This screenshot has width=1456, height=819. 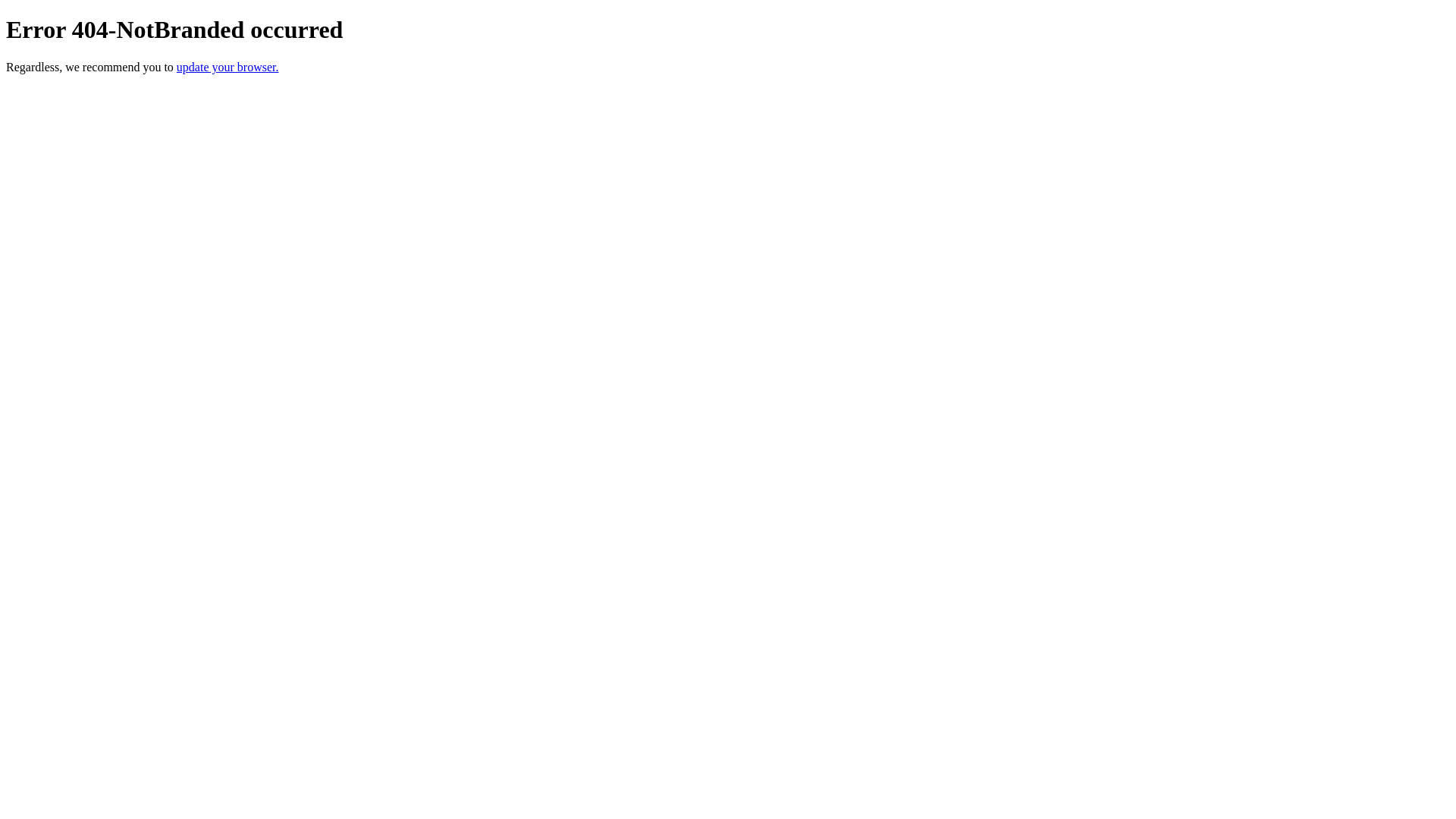 What do you see at coordinates (227, 66) in the screenshot?
I see `'update your browser.'` at bounding box center [227, 66].